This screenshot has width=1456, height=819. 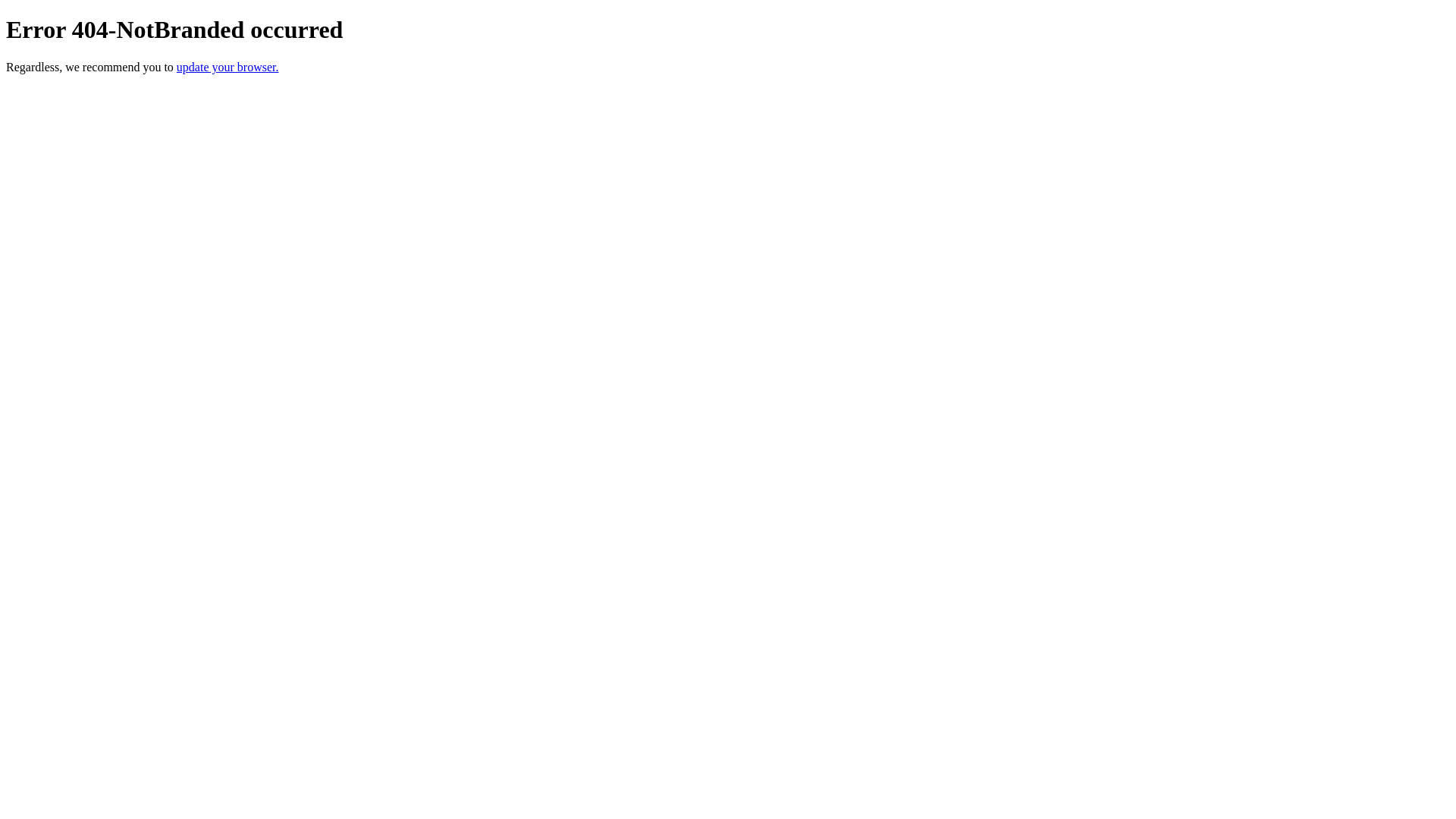 What do you see at coordinates (227, 66) in the screenshot?
I see `'update your browser.'` at bounding box center [227, 66].